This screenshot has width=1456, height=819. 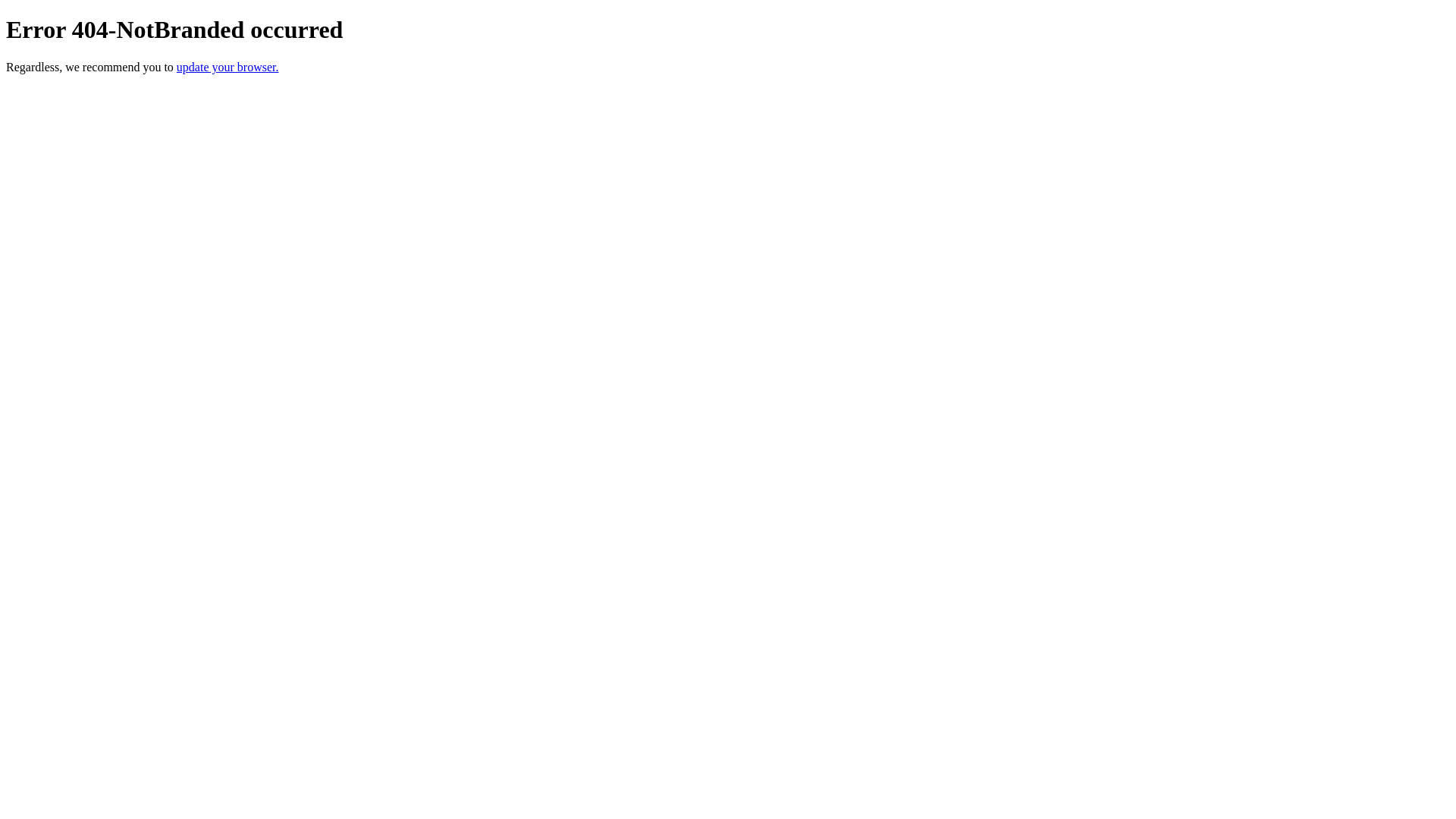 What do you see at coordinates (227, 66) in the screenshot?
I see `'update your browser.'` at bounding box center [227, 66].